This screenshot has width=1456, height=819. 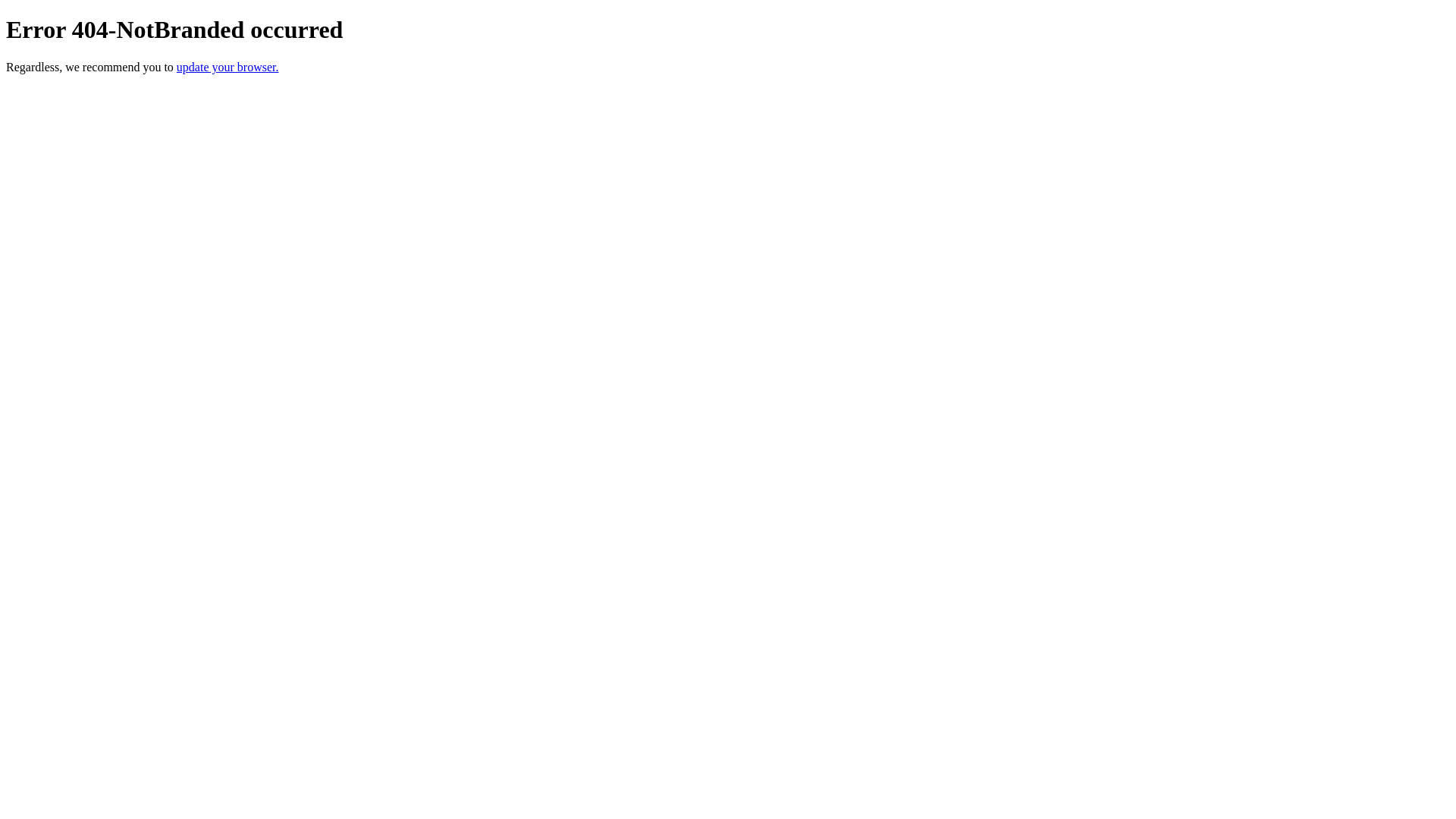 What do you see at coordinates (227, 66) in the screenshot?
I see `'update your browser.'` at bounding box center [227, 66].